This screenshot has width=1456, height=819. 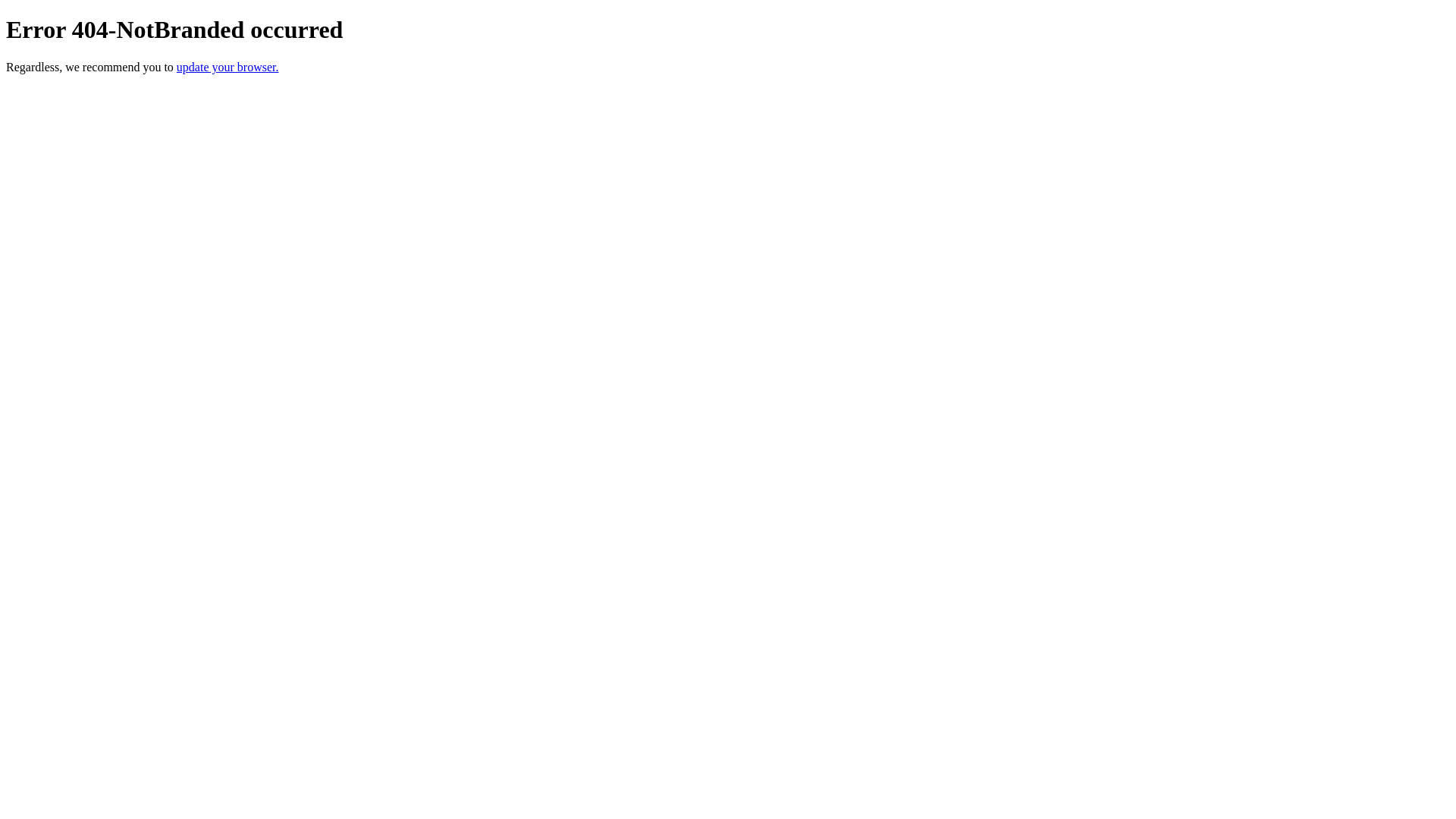 What do you see at coordinates (227, 66) in the screenshot?
I see `'update your browser.'` at bounding box center [227, 66].